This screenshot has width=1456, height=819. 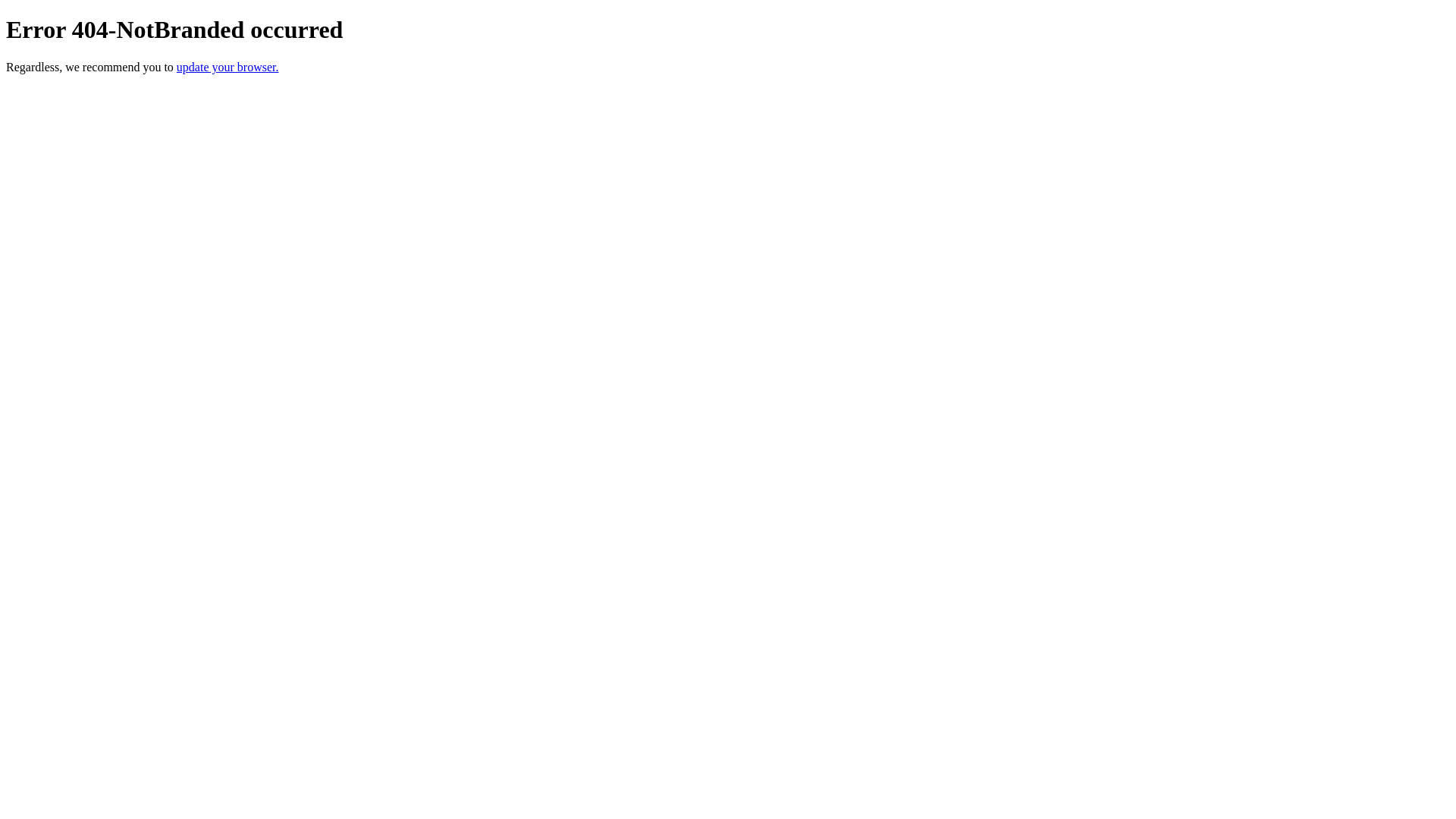 What do you see at coordinates (227, 66) in the screenshot?
I see `'update your browser.'` at bounding box center [227, 66].